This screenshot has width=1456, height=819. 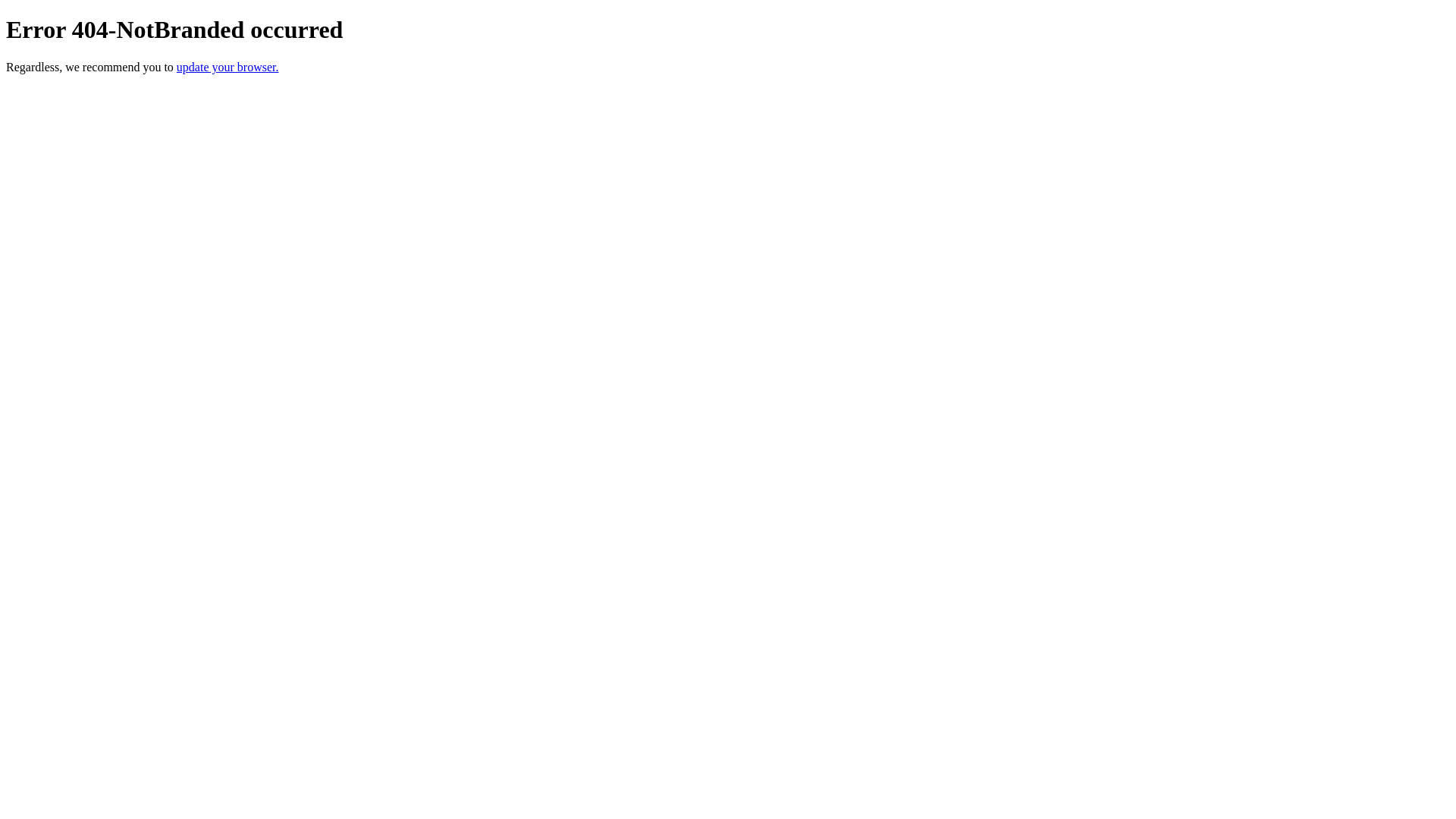 What do you see at coordinates (227, 66) in the screenshot?
I see `'update your browser.'` at bounding box center [227, 66].